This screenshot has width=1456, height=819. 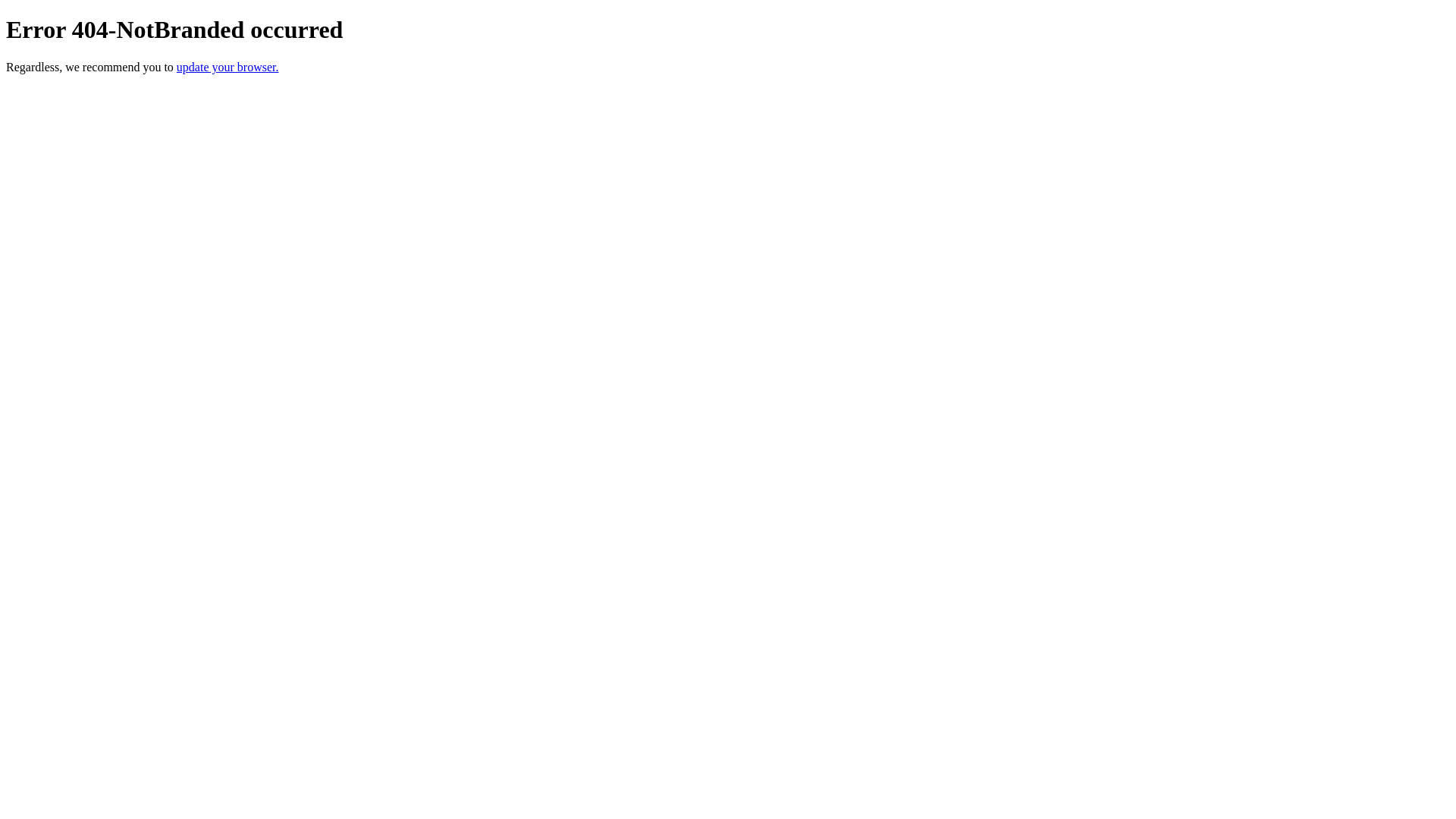 What do you see at coordinates (227, 66) in the screenshot?
I see `'update your browser.'` at bounding box center [227, 66].